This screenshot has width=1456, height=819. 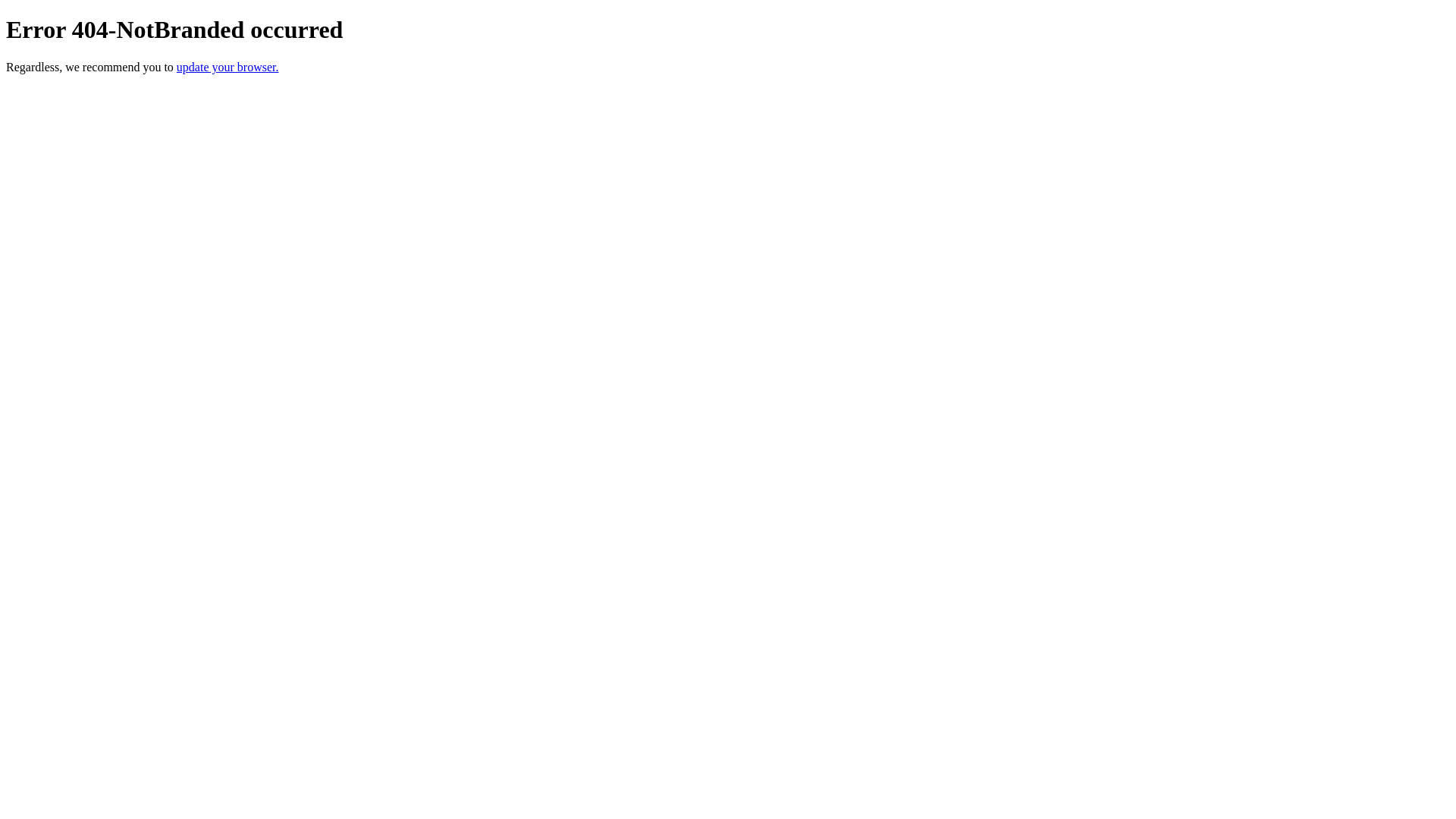 What do you see at coordinates (227, 66) in the screenshot?
I see `'update your browser.'` at bounding box center [227, 66].